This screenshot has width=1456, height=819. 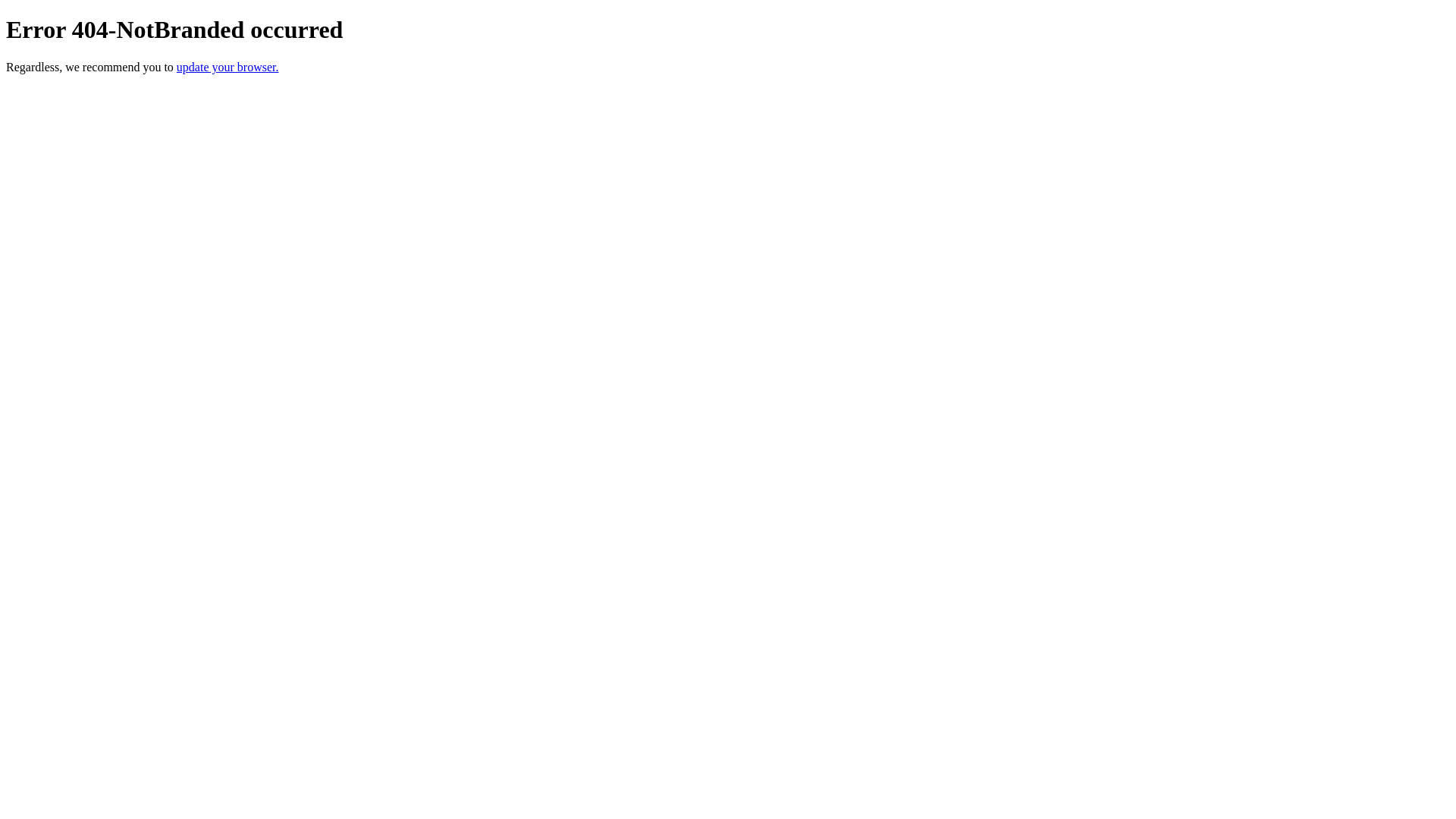 What do you see at coordinates (227, 66) in the screenshot?
I see `'update your browser.'` at bounding box center [227, 66].